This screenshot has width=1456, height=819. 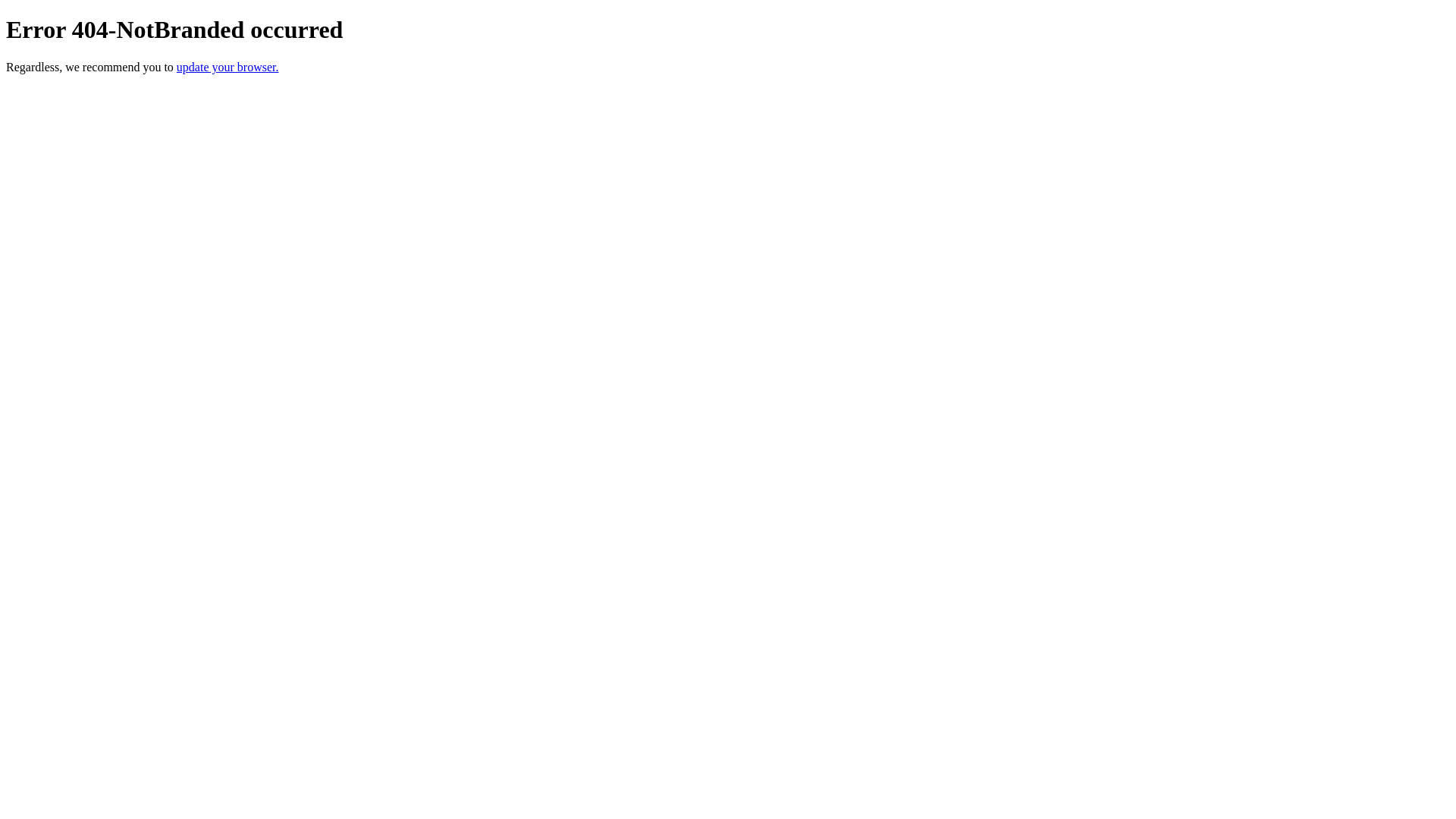 What do you see at coordinates (227, 66) in the screenshot?
I see `'update your browser.'` at bounding box center [227, 66].